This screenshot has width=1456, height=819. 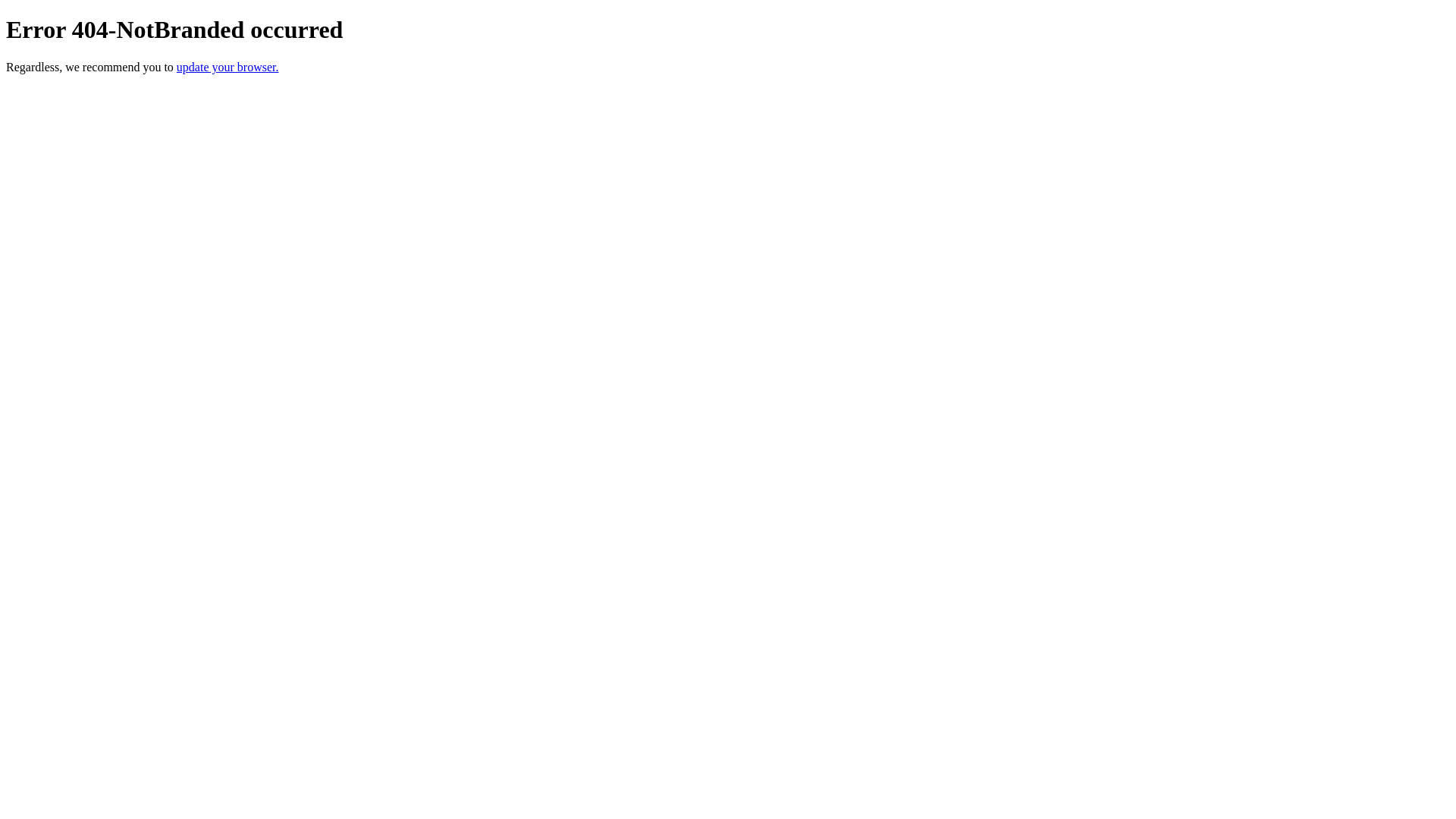 What do you see at coordinates (227, 66) in the screenshot?
I see `'update your browser.'` at bounding box center [227, 66].